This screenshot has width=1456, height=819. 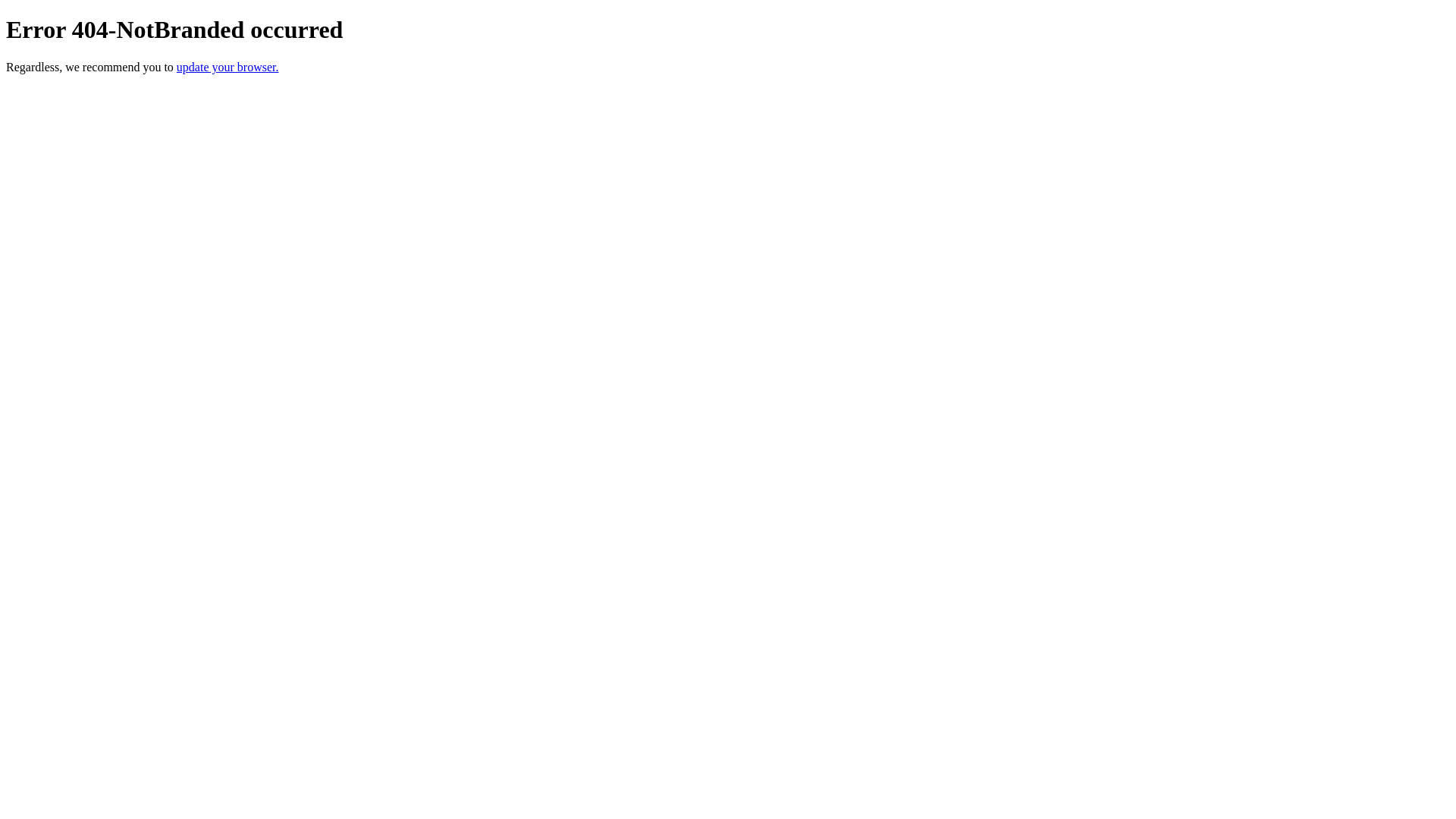 What do you see at coordinates (227, 66) in the screenshot?
I see `'update your browser.'` at bounding box center [227, 66].